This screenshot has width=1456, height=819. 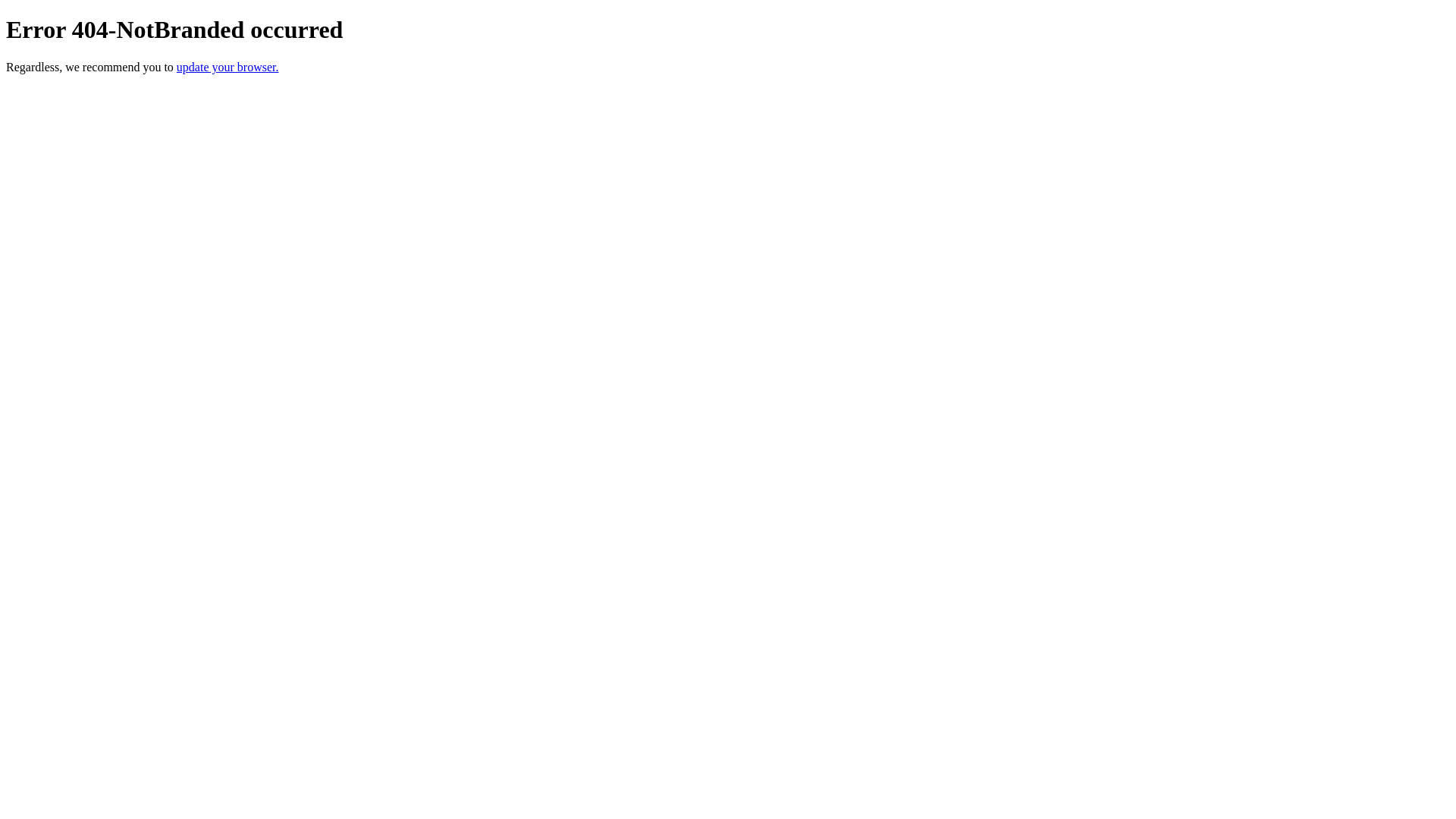 What do you see at coordinates (227, 66) in the screenshot?
I see `'update your browser.'` at bounding box center [227, 66].